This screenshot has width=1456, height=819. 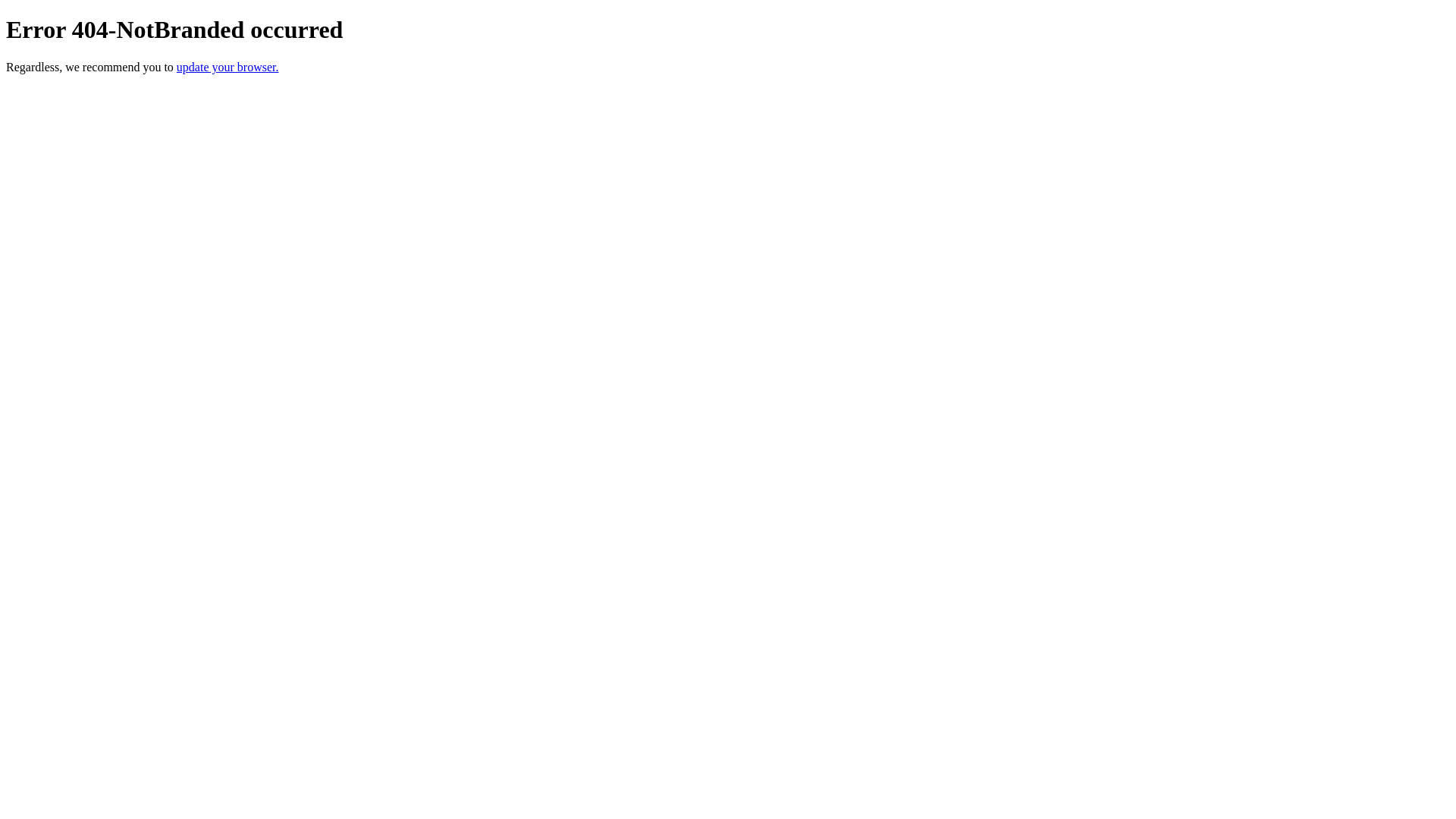 What do you see at coordinates (227, 66) in the screenshot?
I see `'update your browser.'` at bounding box center [227, 66].